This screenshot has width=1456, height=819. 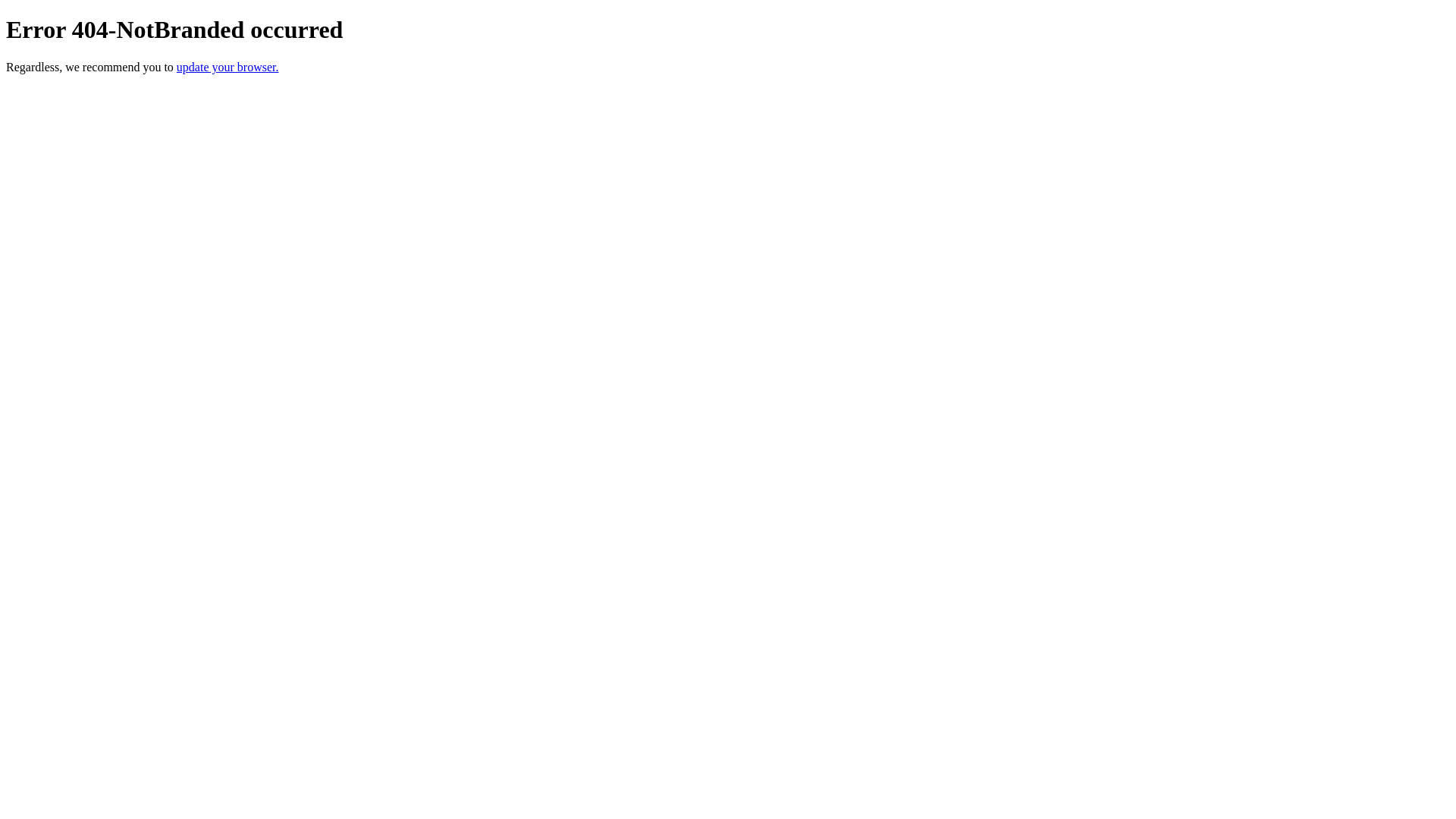 What do you see at coordinates (227, 66) in the screenshot?
I see `'update your browser.'` at bounding box center [227, 66].